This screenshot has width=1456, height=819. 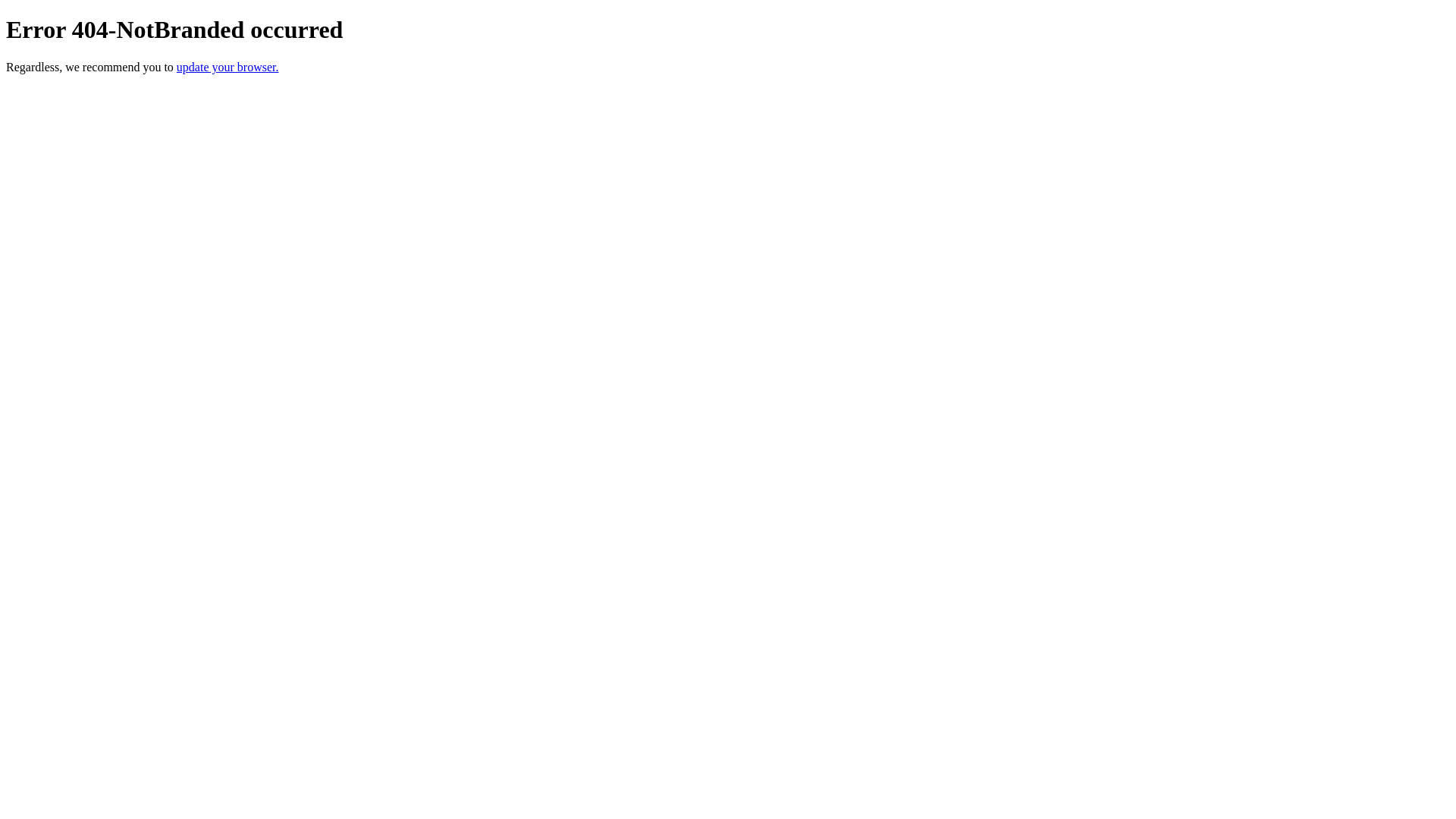 What do you see at coordinates (227, 66) in the screenshot?
I see `'update your browser.'` at bounding box center [227, 66].